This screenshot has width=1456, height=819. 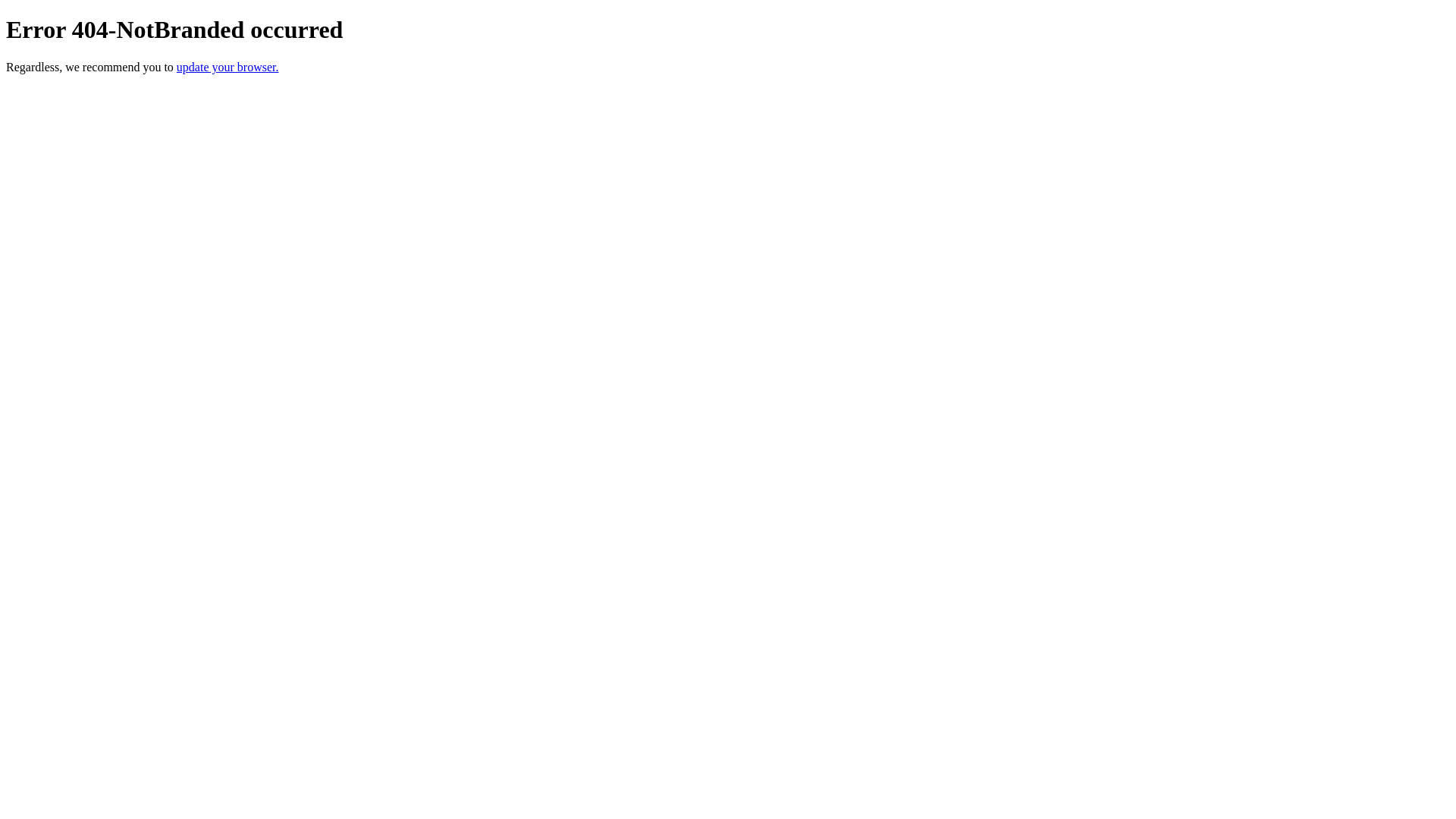 What do you see at coordinates (227, 66) in the screenshot?
I see `'update your browser.'` at bounding box center [227, 66].